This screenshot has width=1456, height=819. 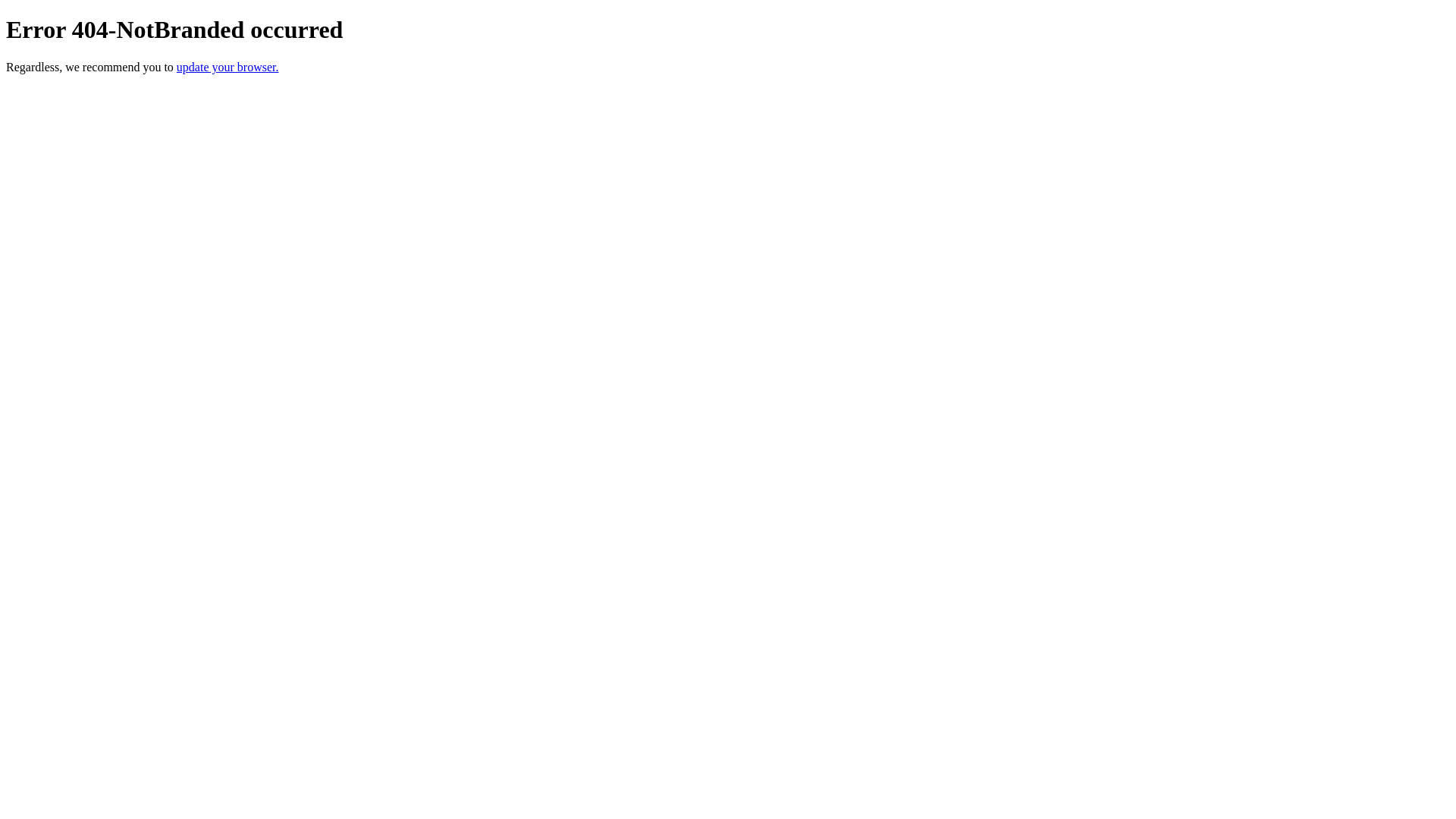 What do you see at coordinates (227, 66) in the screenshot?
I see `'update your browser.'` at bounding box center [227, 66].